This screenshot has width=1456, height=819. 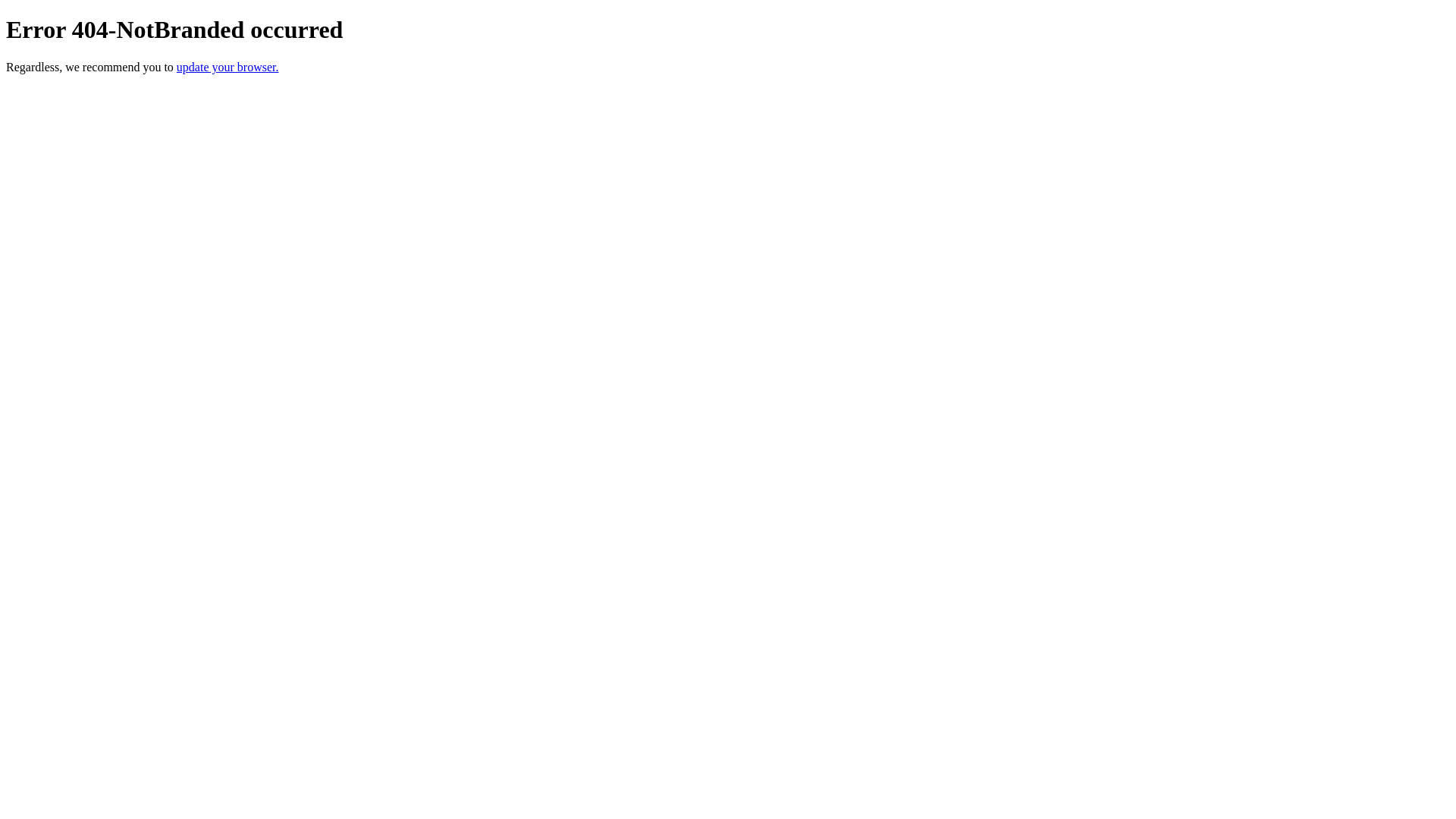 What do you see at coordinates (227, 66) in the screenshot?
I see `'update your browser.'` at bounding box center [227, 66].